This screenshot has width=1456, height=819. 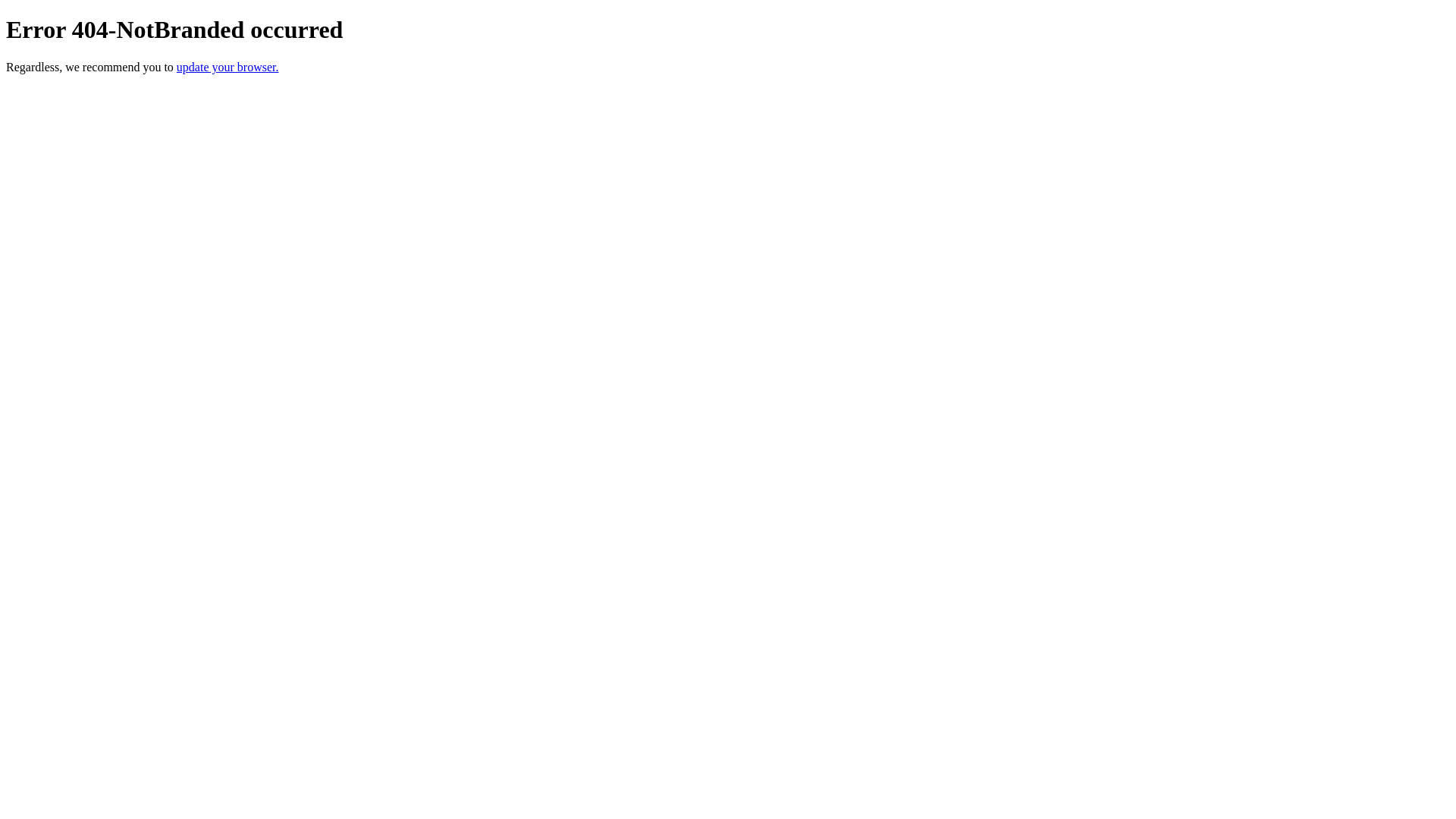 What do you see at coordinates (227, 66) in the screenshot?
I see `'update your browser.'` at bounding box center [227, 66].